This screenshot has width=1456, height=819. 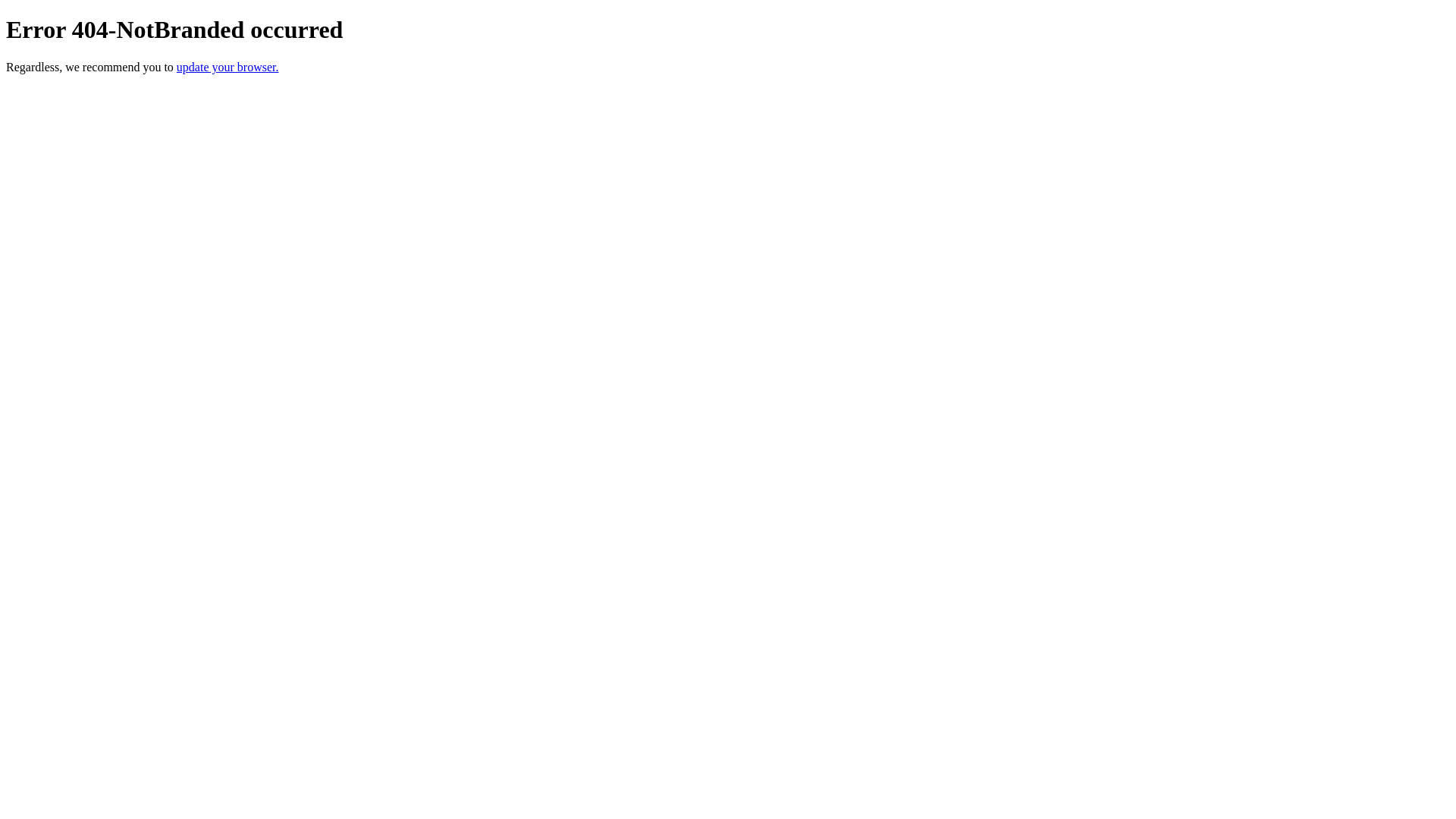 What do you see at coordinates (227, 66) in the screenshot?
I see `'update your browser.'` at bounding box center [227, 66].